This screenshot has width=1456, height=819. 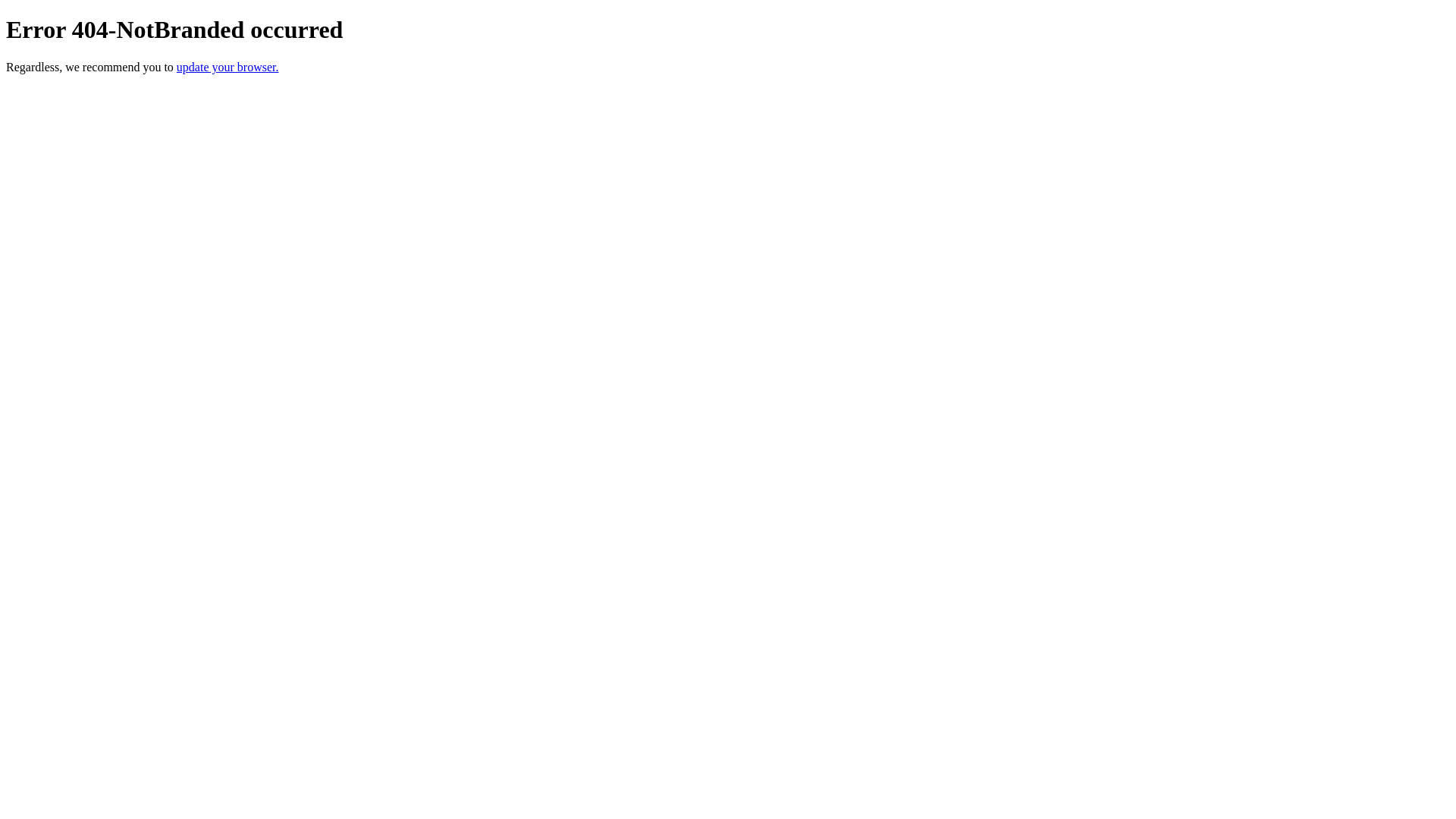 What do you see at coordinates (227, 66) in the screenshot?
I see `'update your browser.'` at bounding box center [227, 66].